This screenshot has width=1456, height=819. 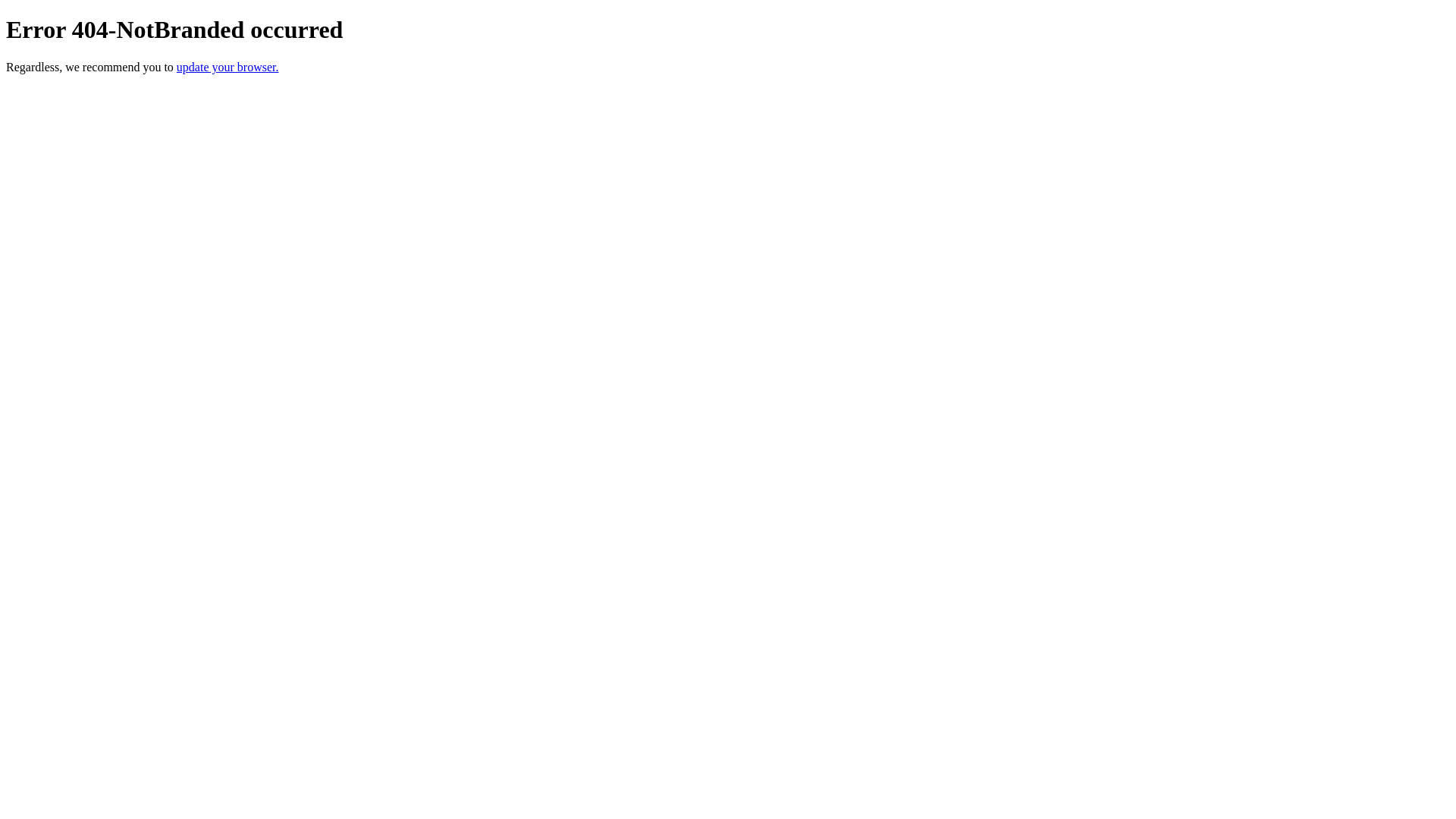 What do you see at coordinates (227, 66) in the screenshot?
I see `'update your browser.'` at bounding box center [227, 66].